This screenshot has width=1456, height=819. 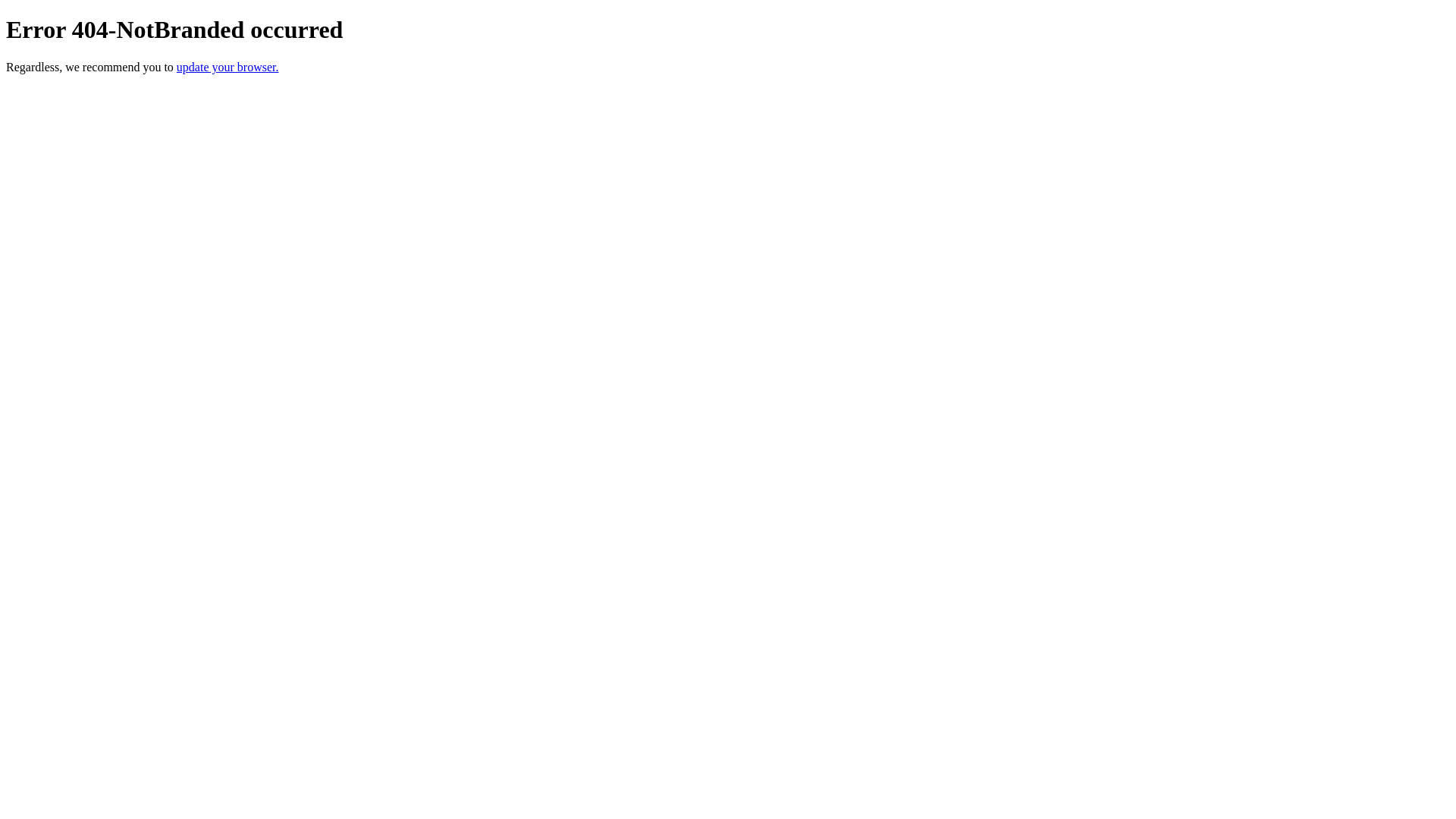 What do you see at coordinates (227, 66) in the screenshot?
I see `'update your browser.'` at bounding box center [227, 66].